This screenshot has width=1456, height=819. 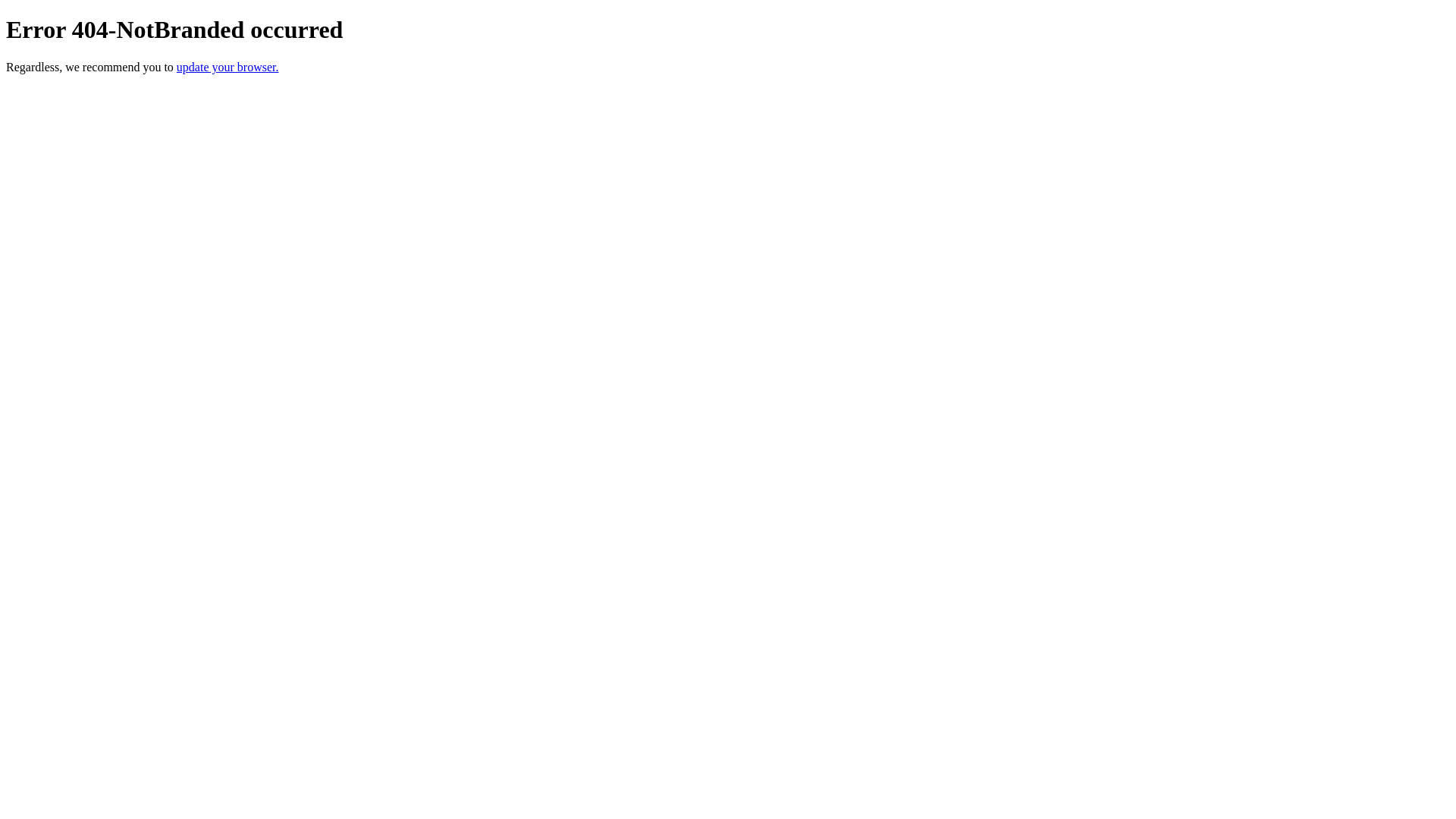 What do you see at coordinates (227, 66) in the screenshot?
I see `'update your browser.'` at bounding box center [227, 66].